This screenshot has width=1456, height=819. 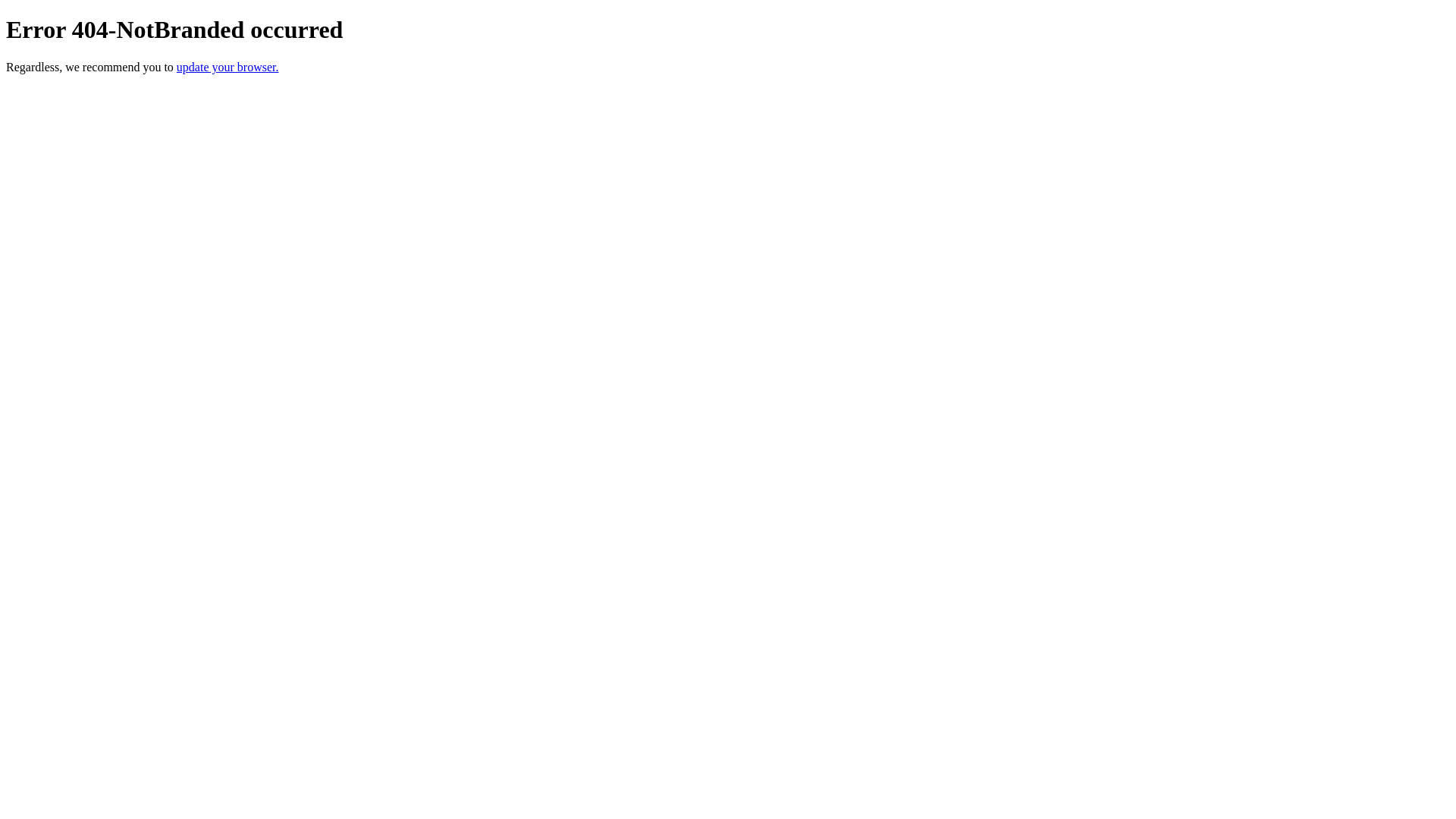 What do you see at coordinates (227, 66) in the screenshot?
I see `'update your browser.'` at bounding box center [227, 66].